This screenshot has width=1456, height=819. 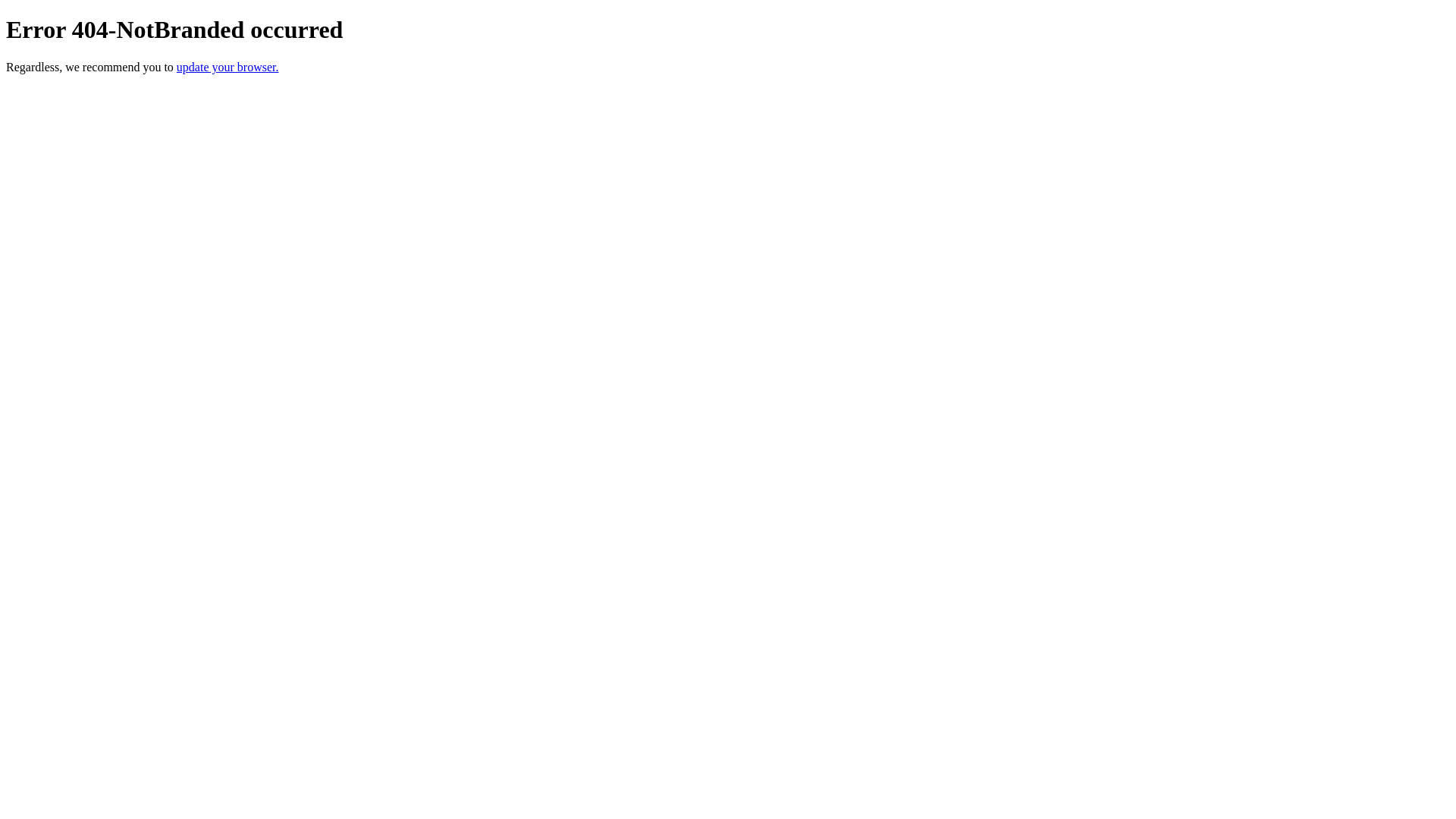 What do you see at coordinates (227, 66) in the screenshot?
I see `'update your browser.'` at bounding box center [227, 66].